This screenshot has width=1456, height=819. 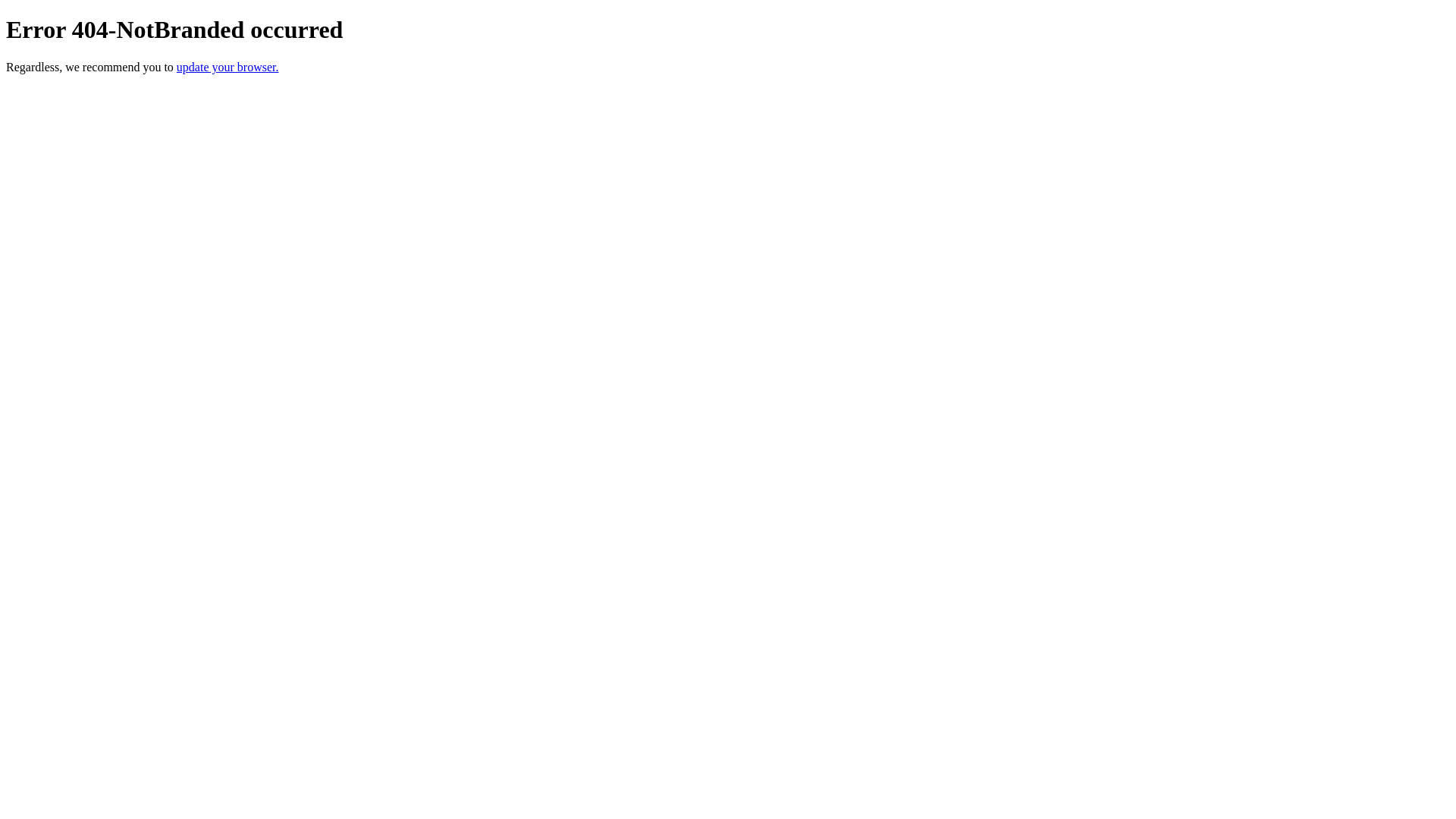 What do you see at coordinates (227, 66) in the screenshot?
I see `'update your browser.'` at bounding box center [227, 66].